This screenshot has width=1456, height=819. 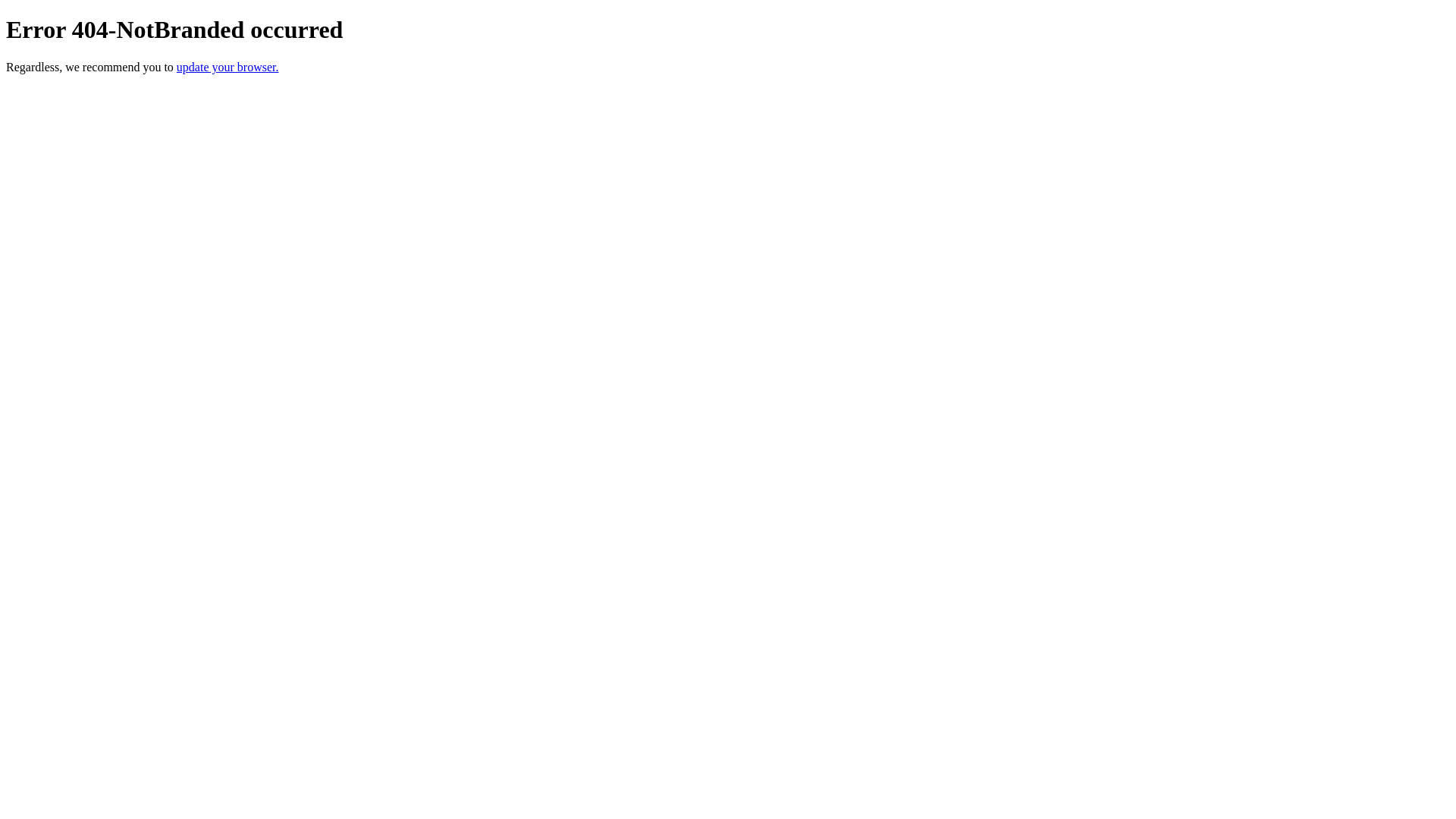 What do you see at coordinates (227, 66) in the screenshot?
I see `'update your browser.'` at bounding box center [227, 66].